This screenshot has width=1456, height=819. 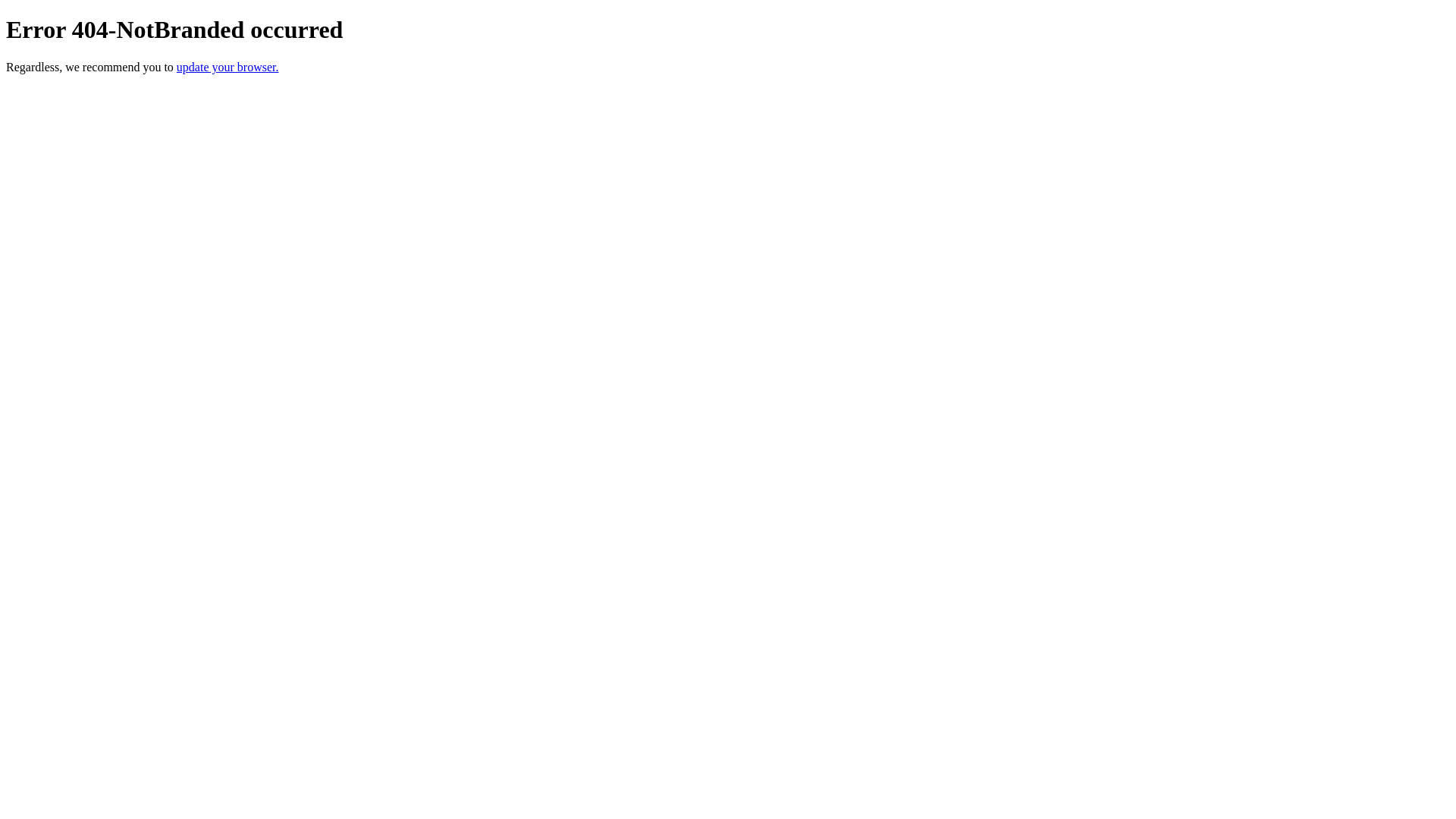 What do you see at coordinates (227, 66) in the screenshot?
I see `'update your browser.'` at bounding box center [227, 66].